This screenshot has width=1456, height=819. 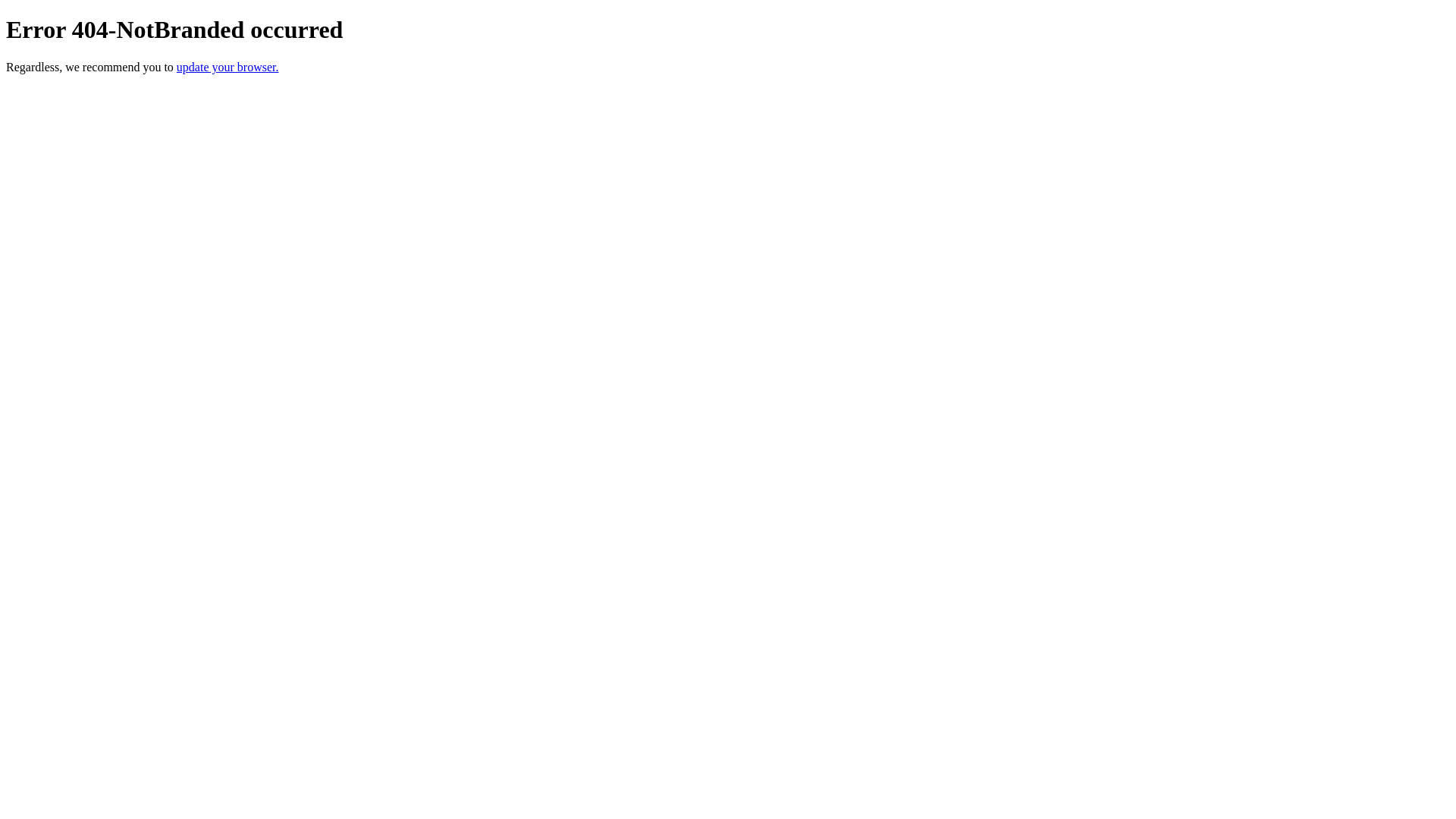 What do you see at coordinates (227, 66) in the screenshot?
I see `'update your browser.'` at bounding box center [227, 66].